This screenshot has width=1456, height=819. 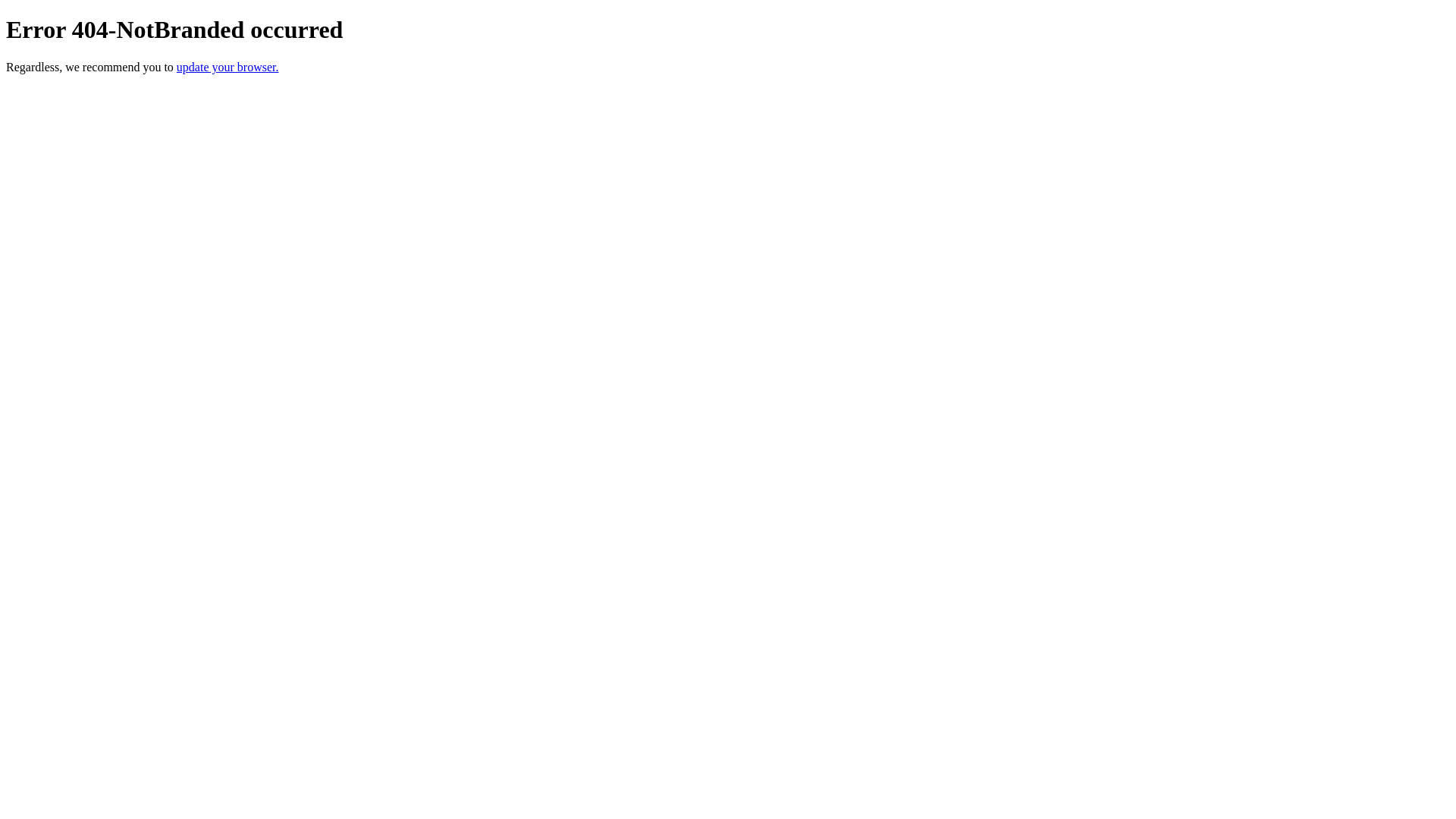 What do you see at coordinates (227, 66) in the screenshot?
I see `'update your browser.'` at bounding box center [227, 66].